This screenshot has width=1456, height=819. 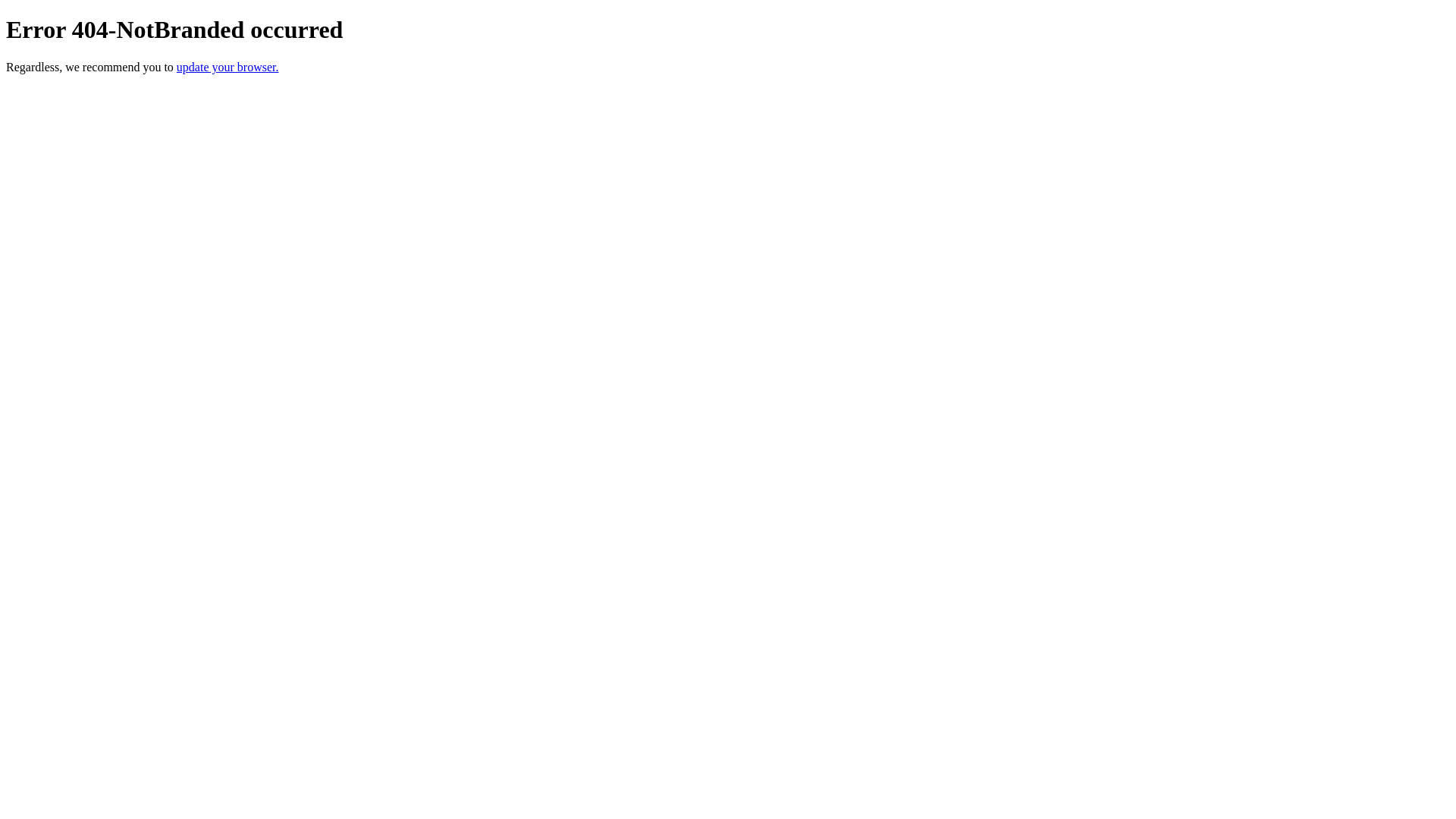 What do you see at coordinates (227, 66) in the screenshot?
I see `'update your browser.'` at bounding box center [227, 66].